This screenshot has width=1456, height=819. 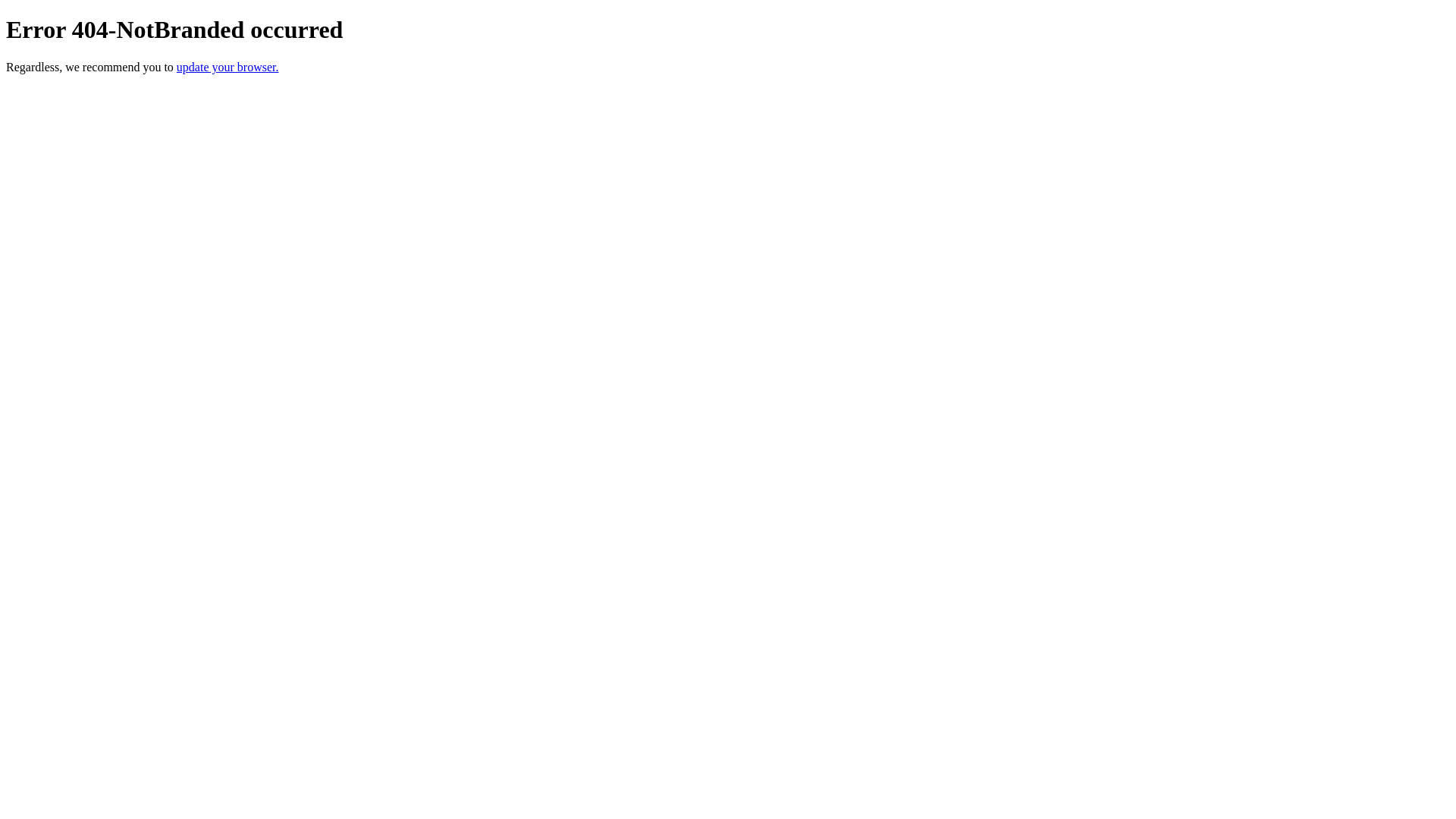 What do you see at coordinates (227, 66) in the screenshot?
I see `'update your browser.'` at bounding box center [227, 66].